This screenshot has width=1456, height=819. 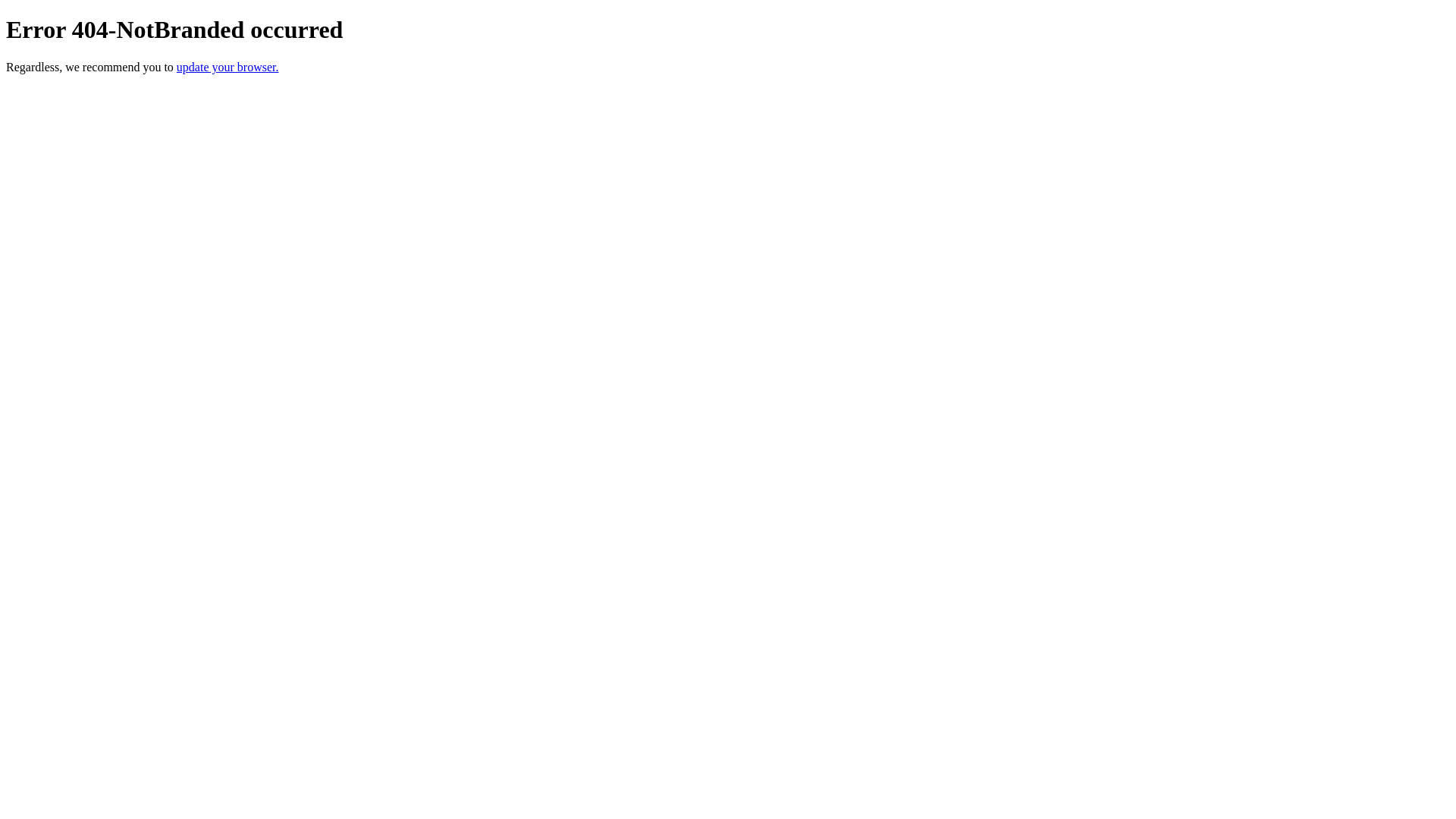 What do you see at coordinates (227, 66) in the screenshot?
I see `'update your browser.'` at bounding box center [227, 66].